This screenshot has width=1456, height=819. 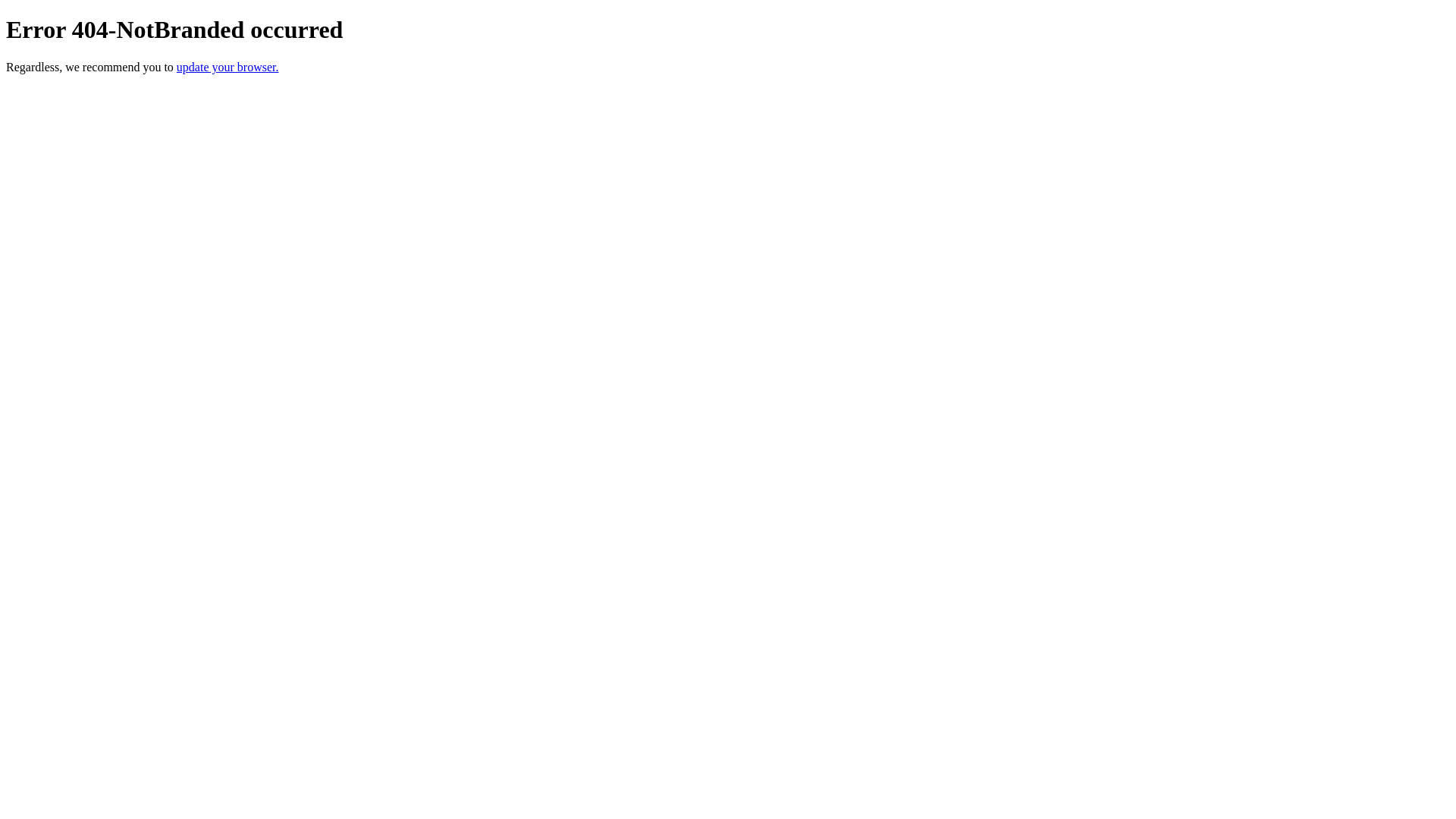 What do you see at coordinates (227, 66) in the screenshot?
I see `'update your browser.'` at bounding box center [227, 66].